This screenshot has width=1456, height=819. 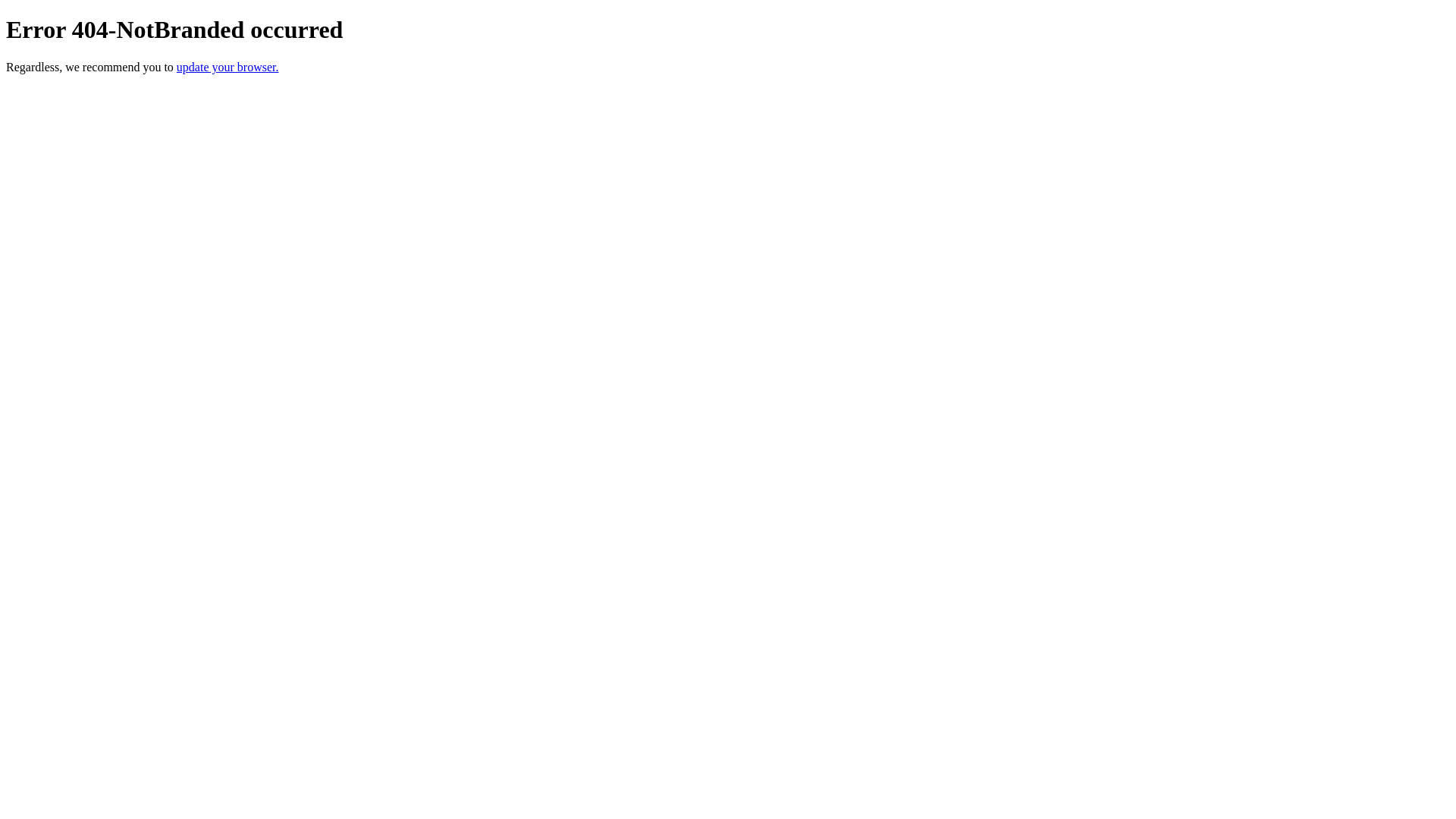 What do you see at coordinates (227, 66) in the screenshot?
I see `'update your browser.'` at bounding box center [227, 66].